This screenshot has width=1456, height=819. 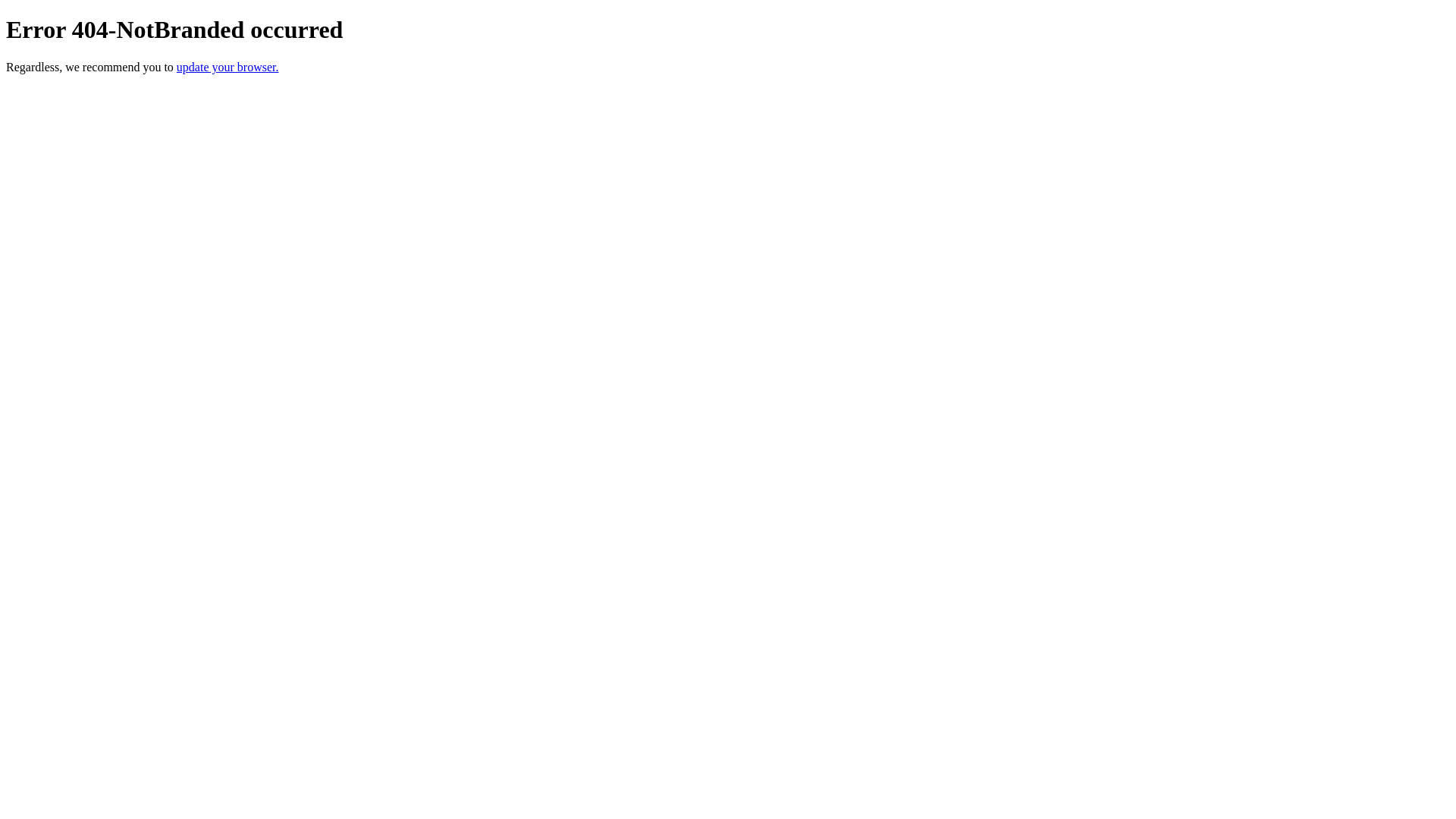 What do you see at coordinates (227, 66) in the screenshot?
I see `'update your browser.'` at bounding box center [227, 66].